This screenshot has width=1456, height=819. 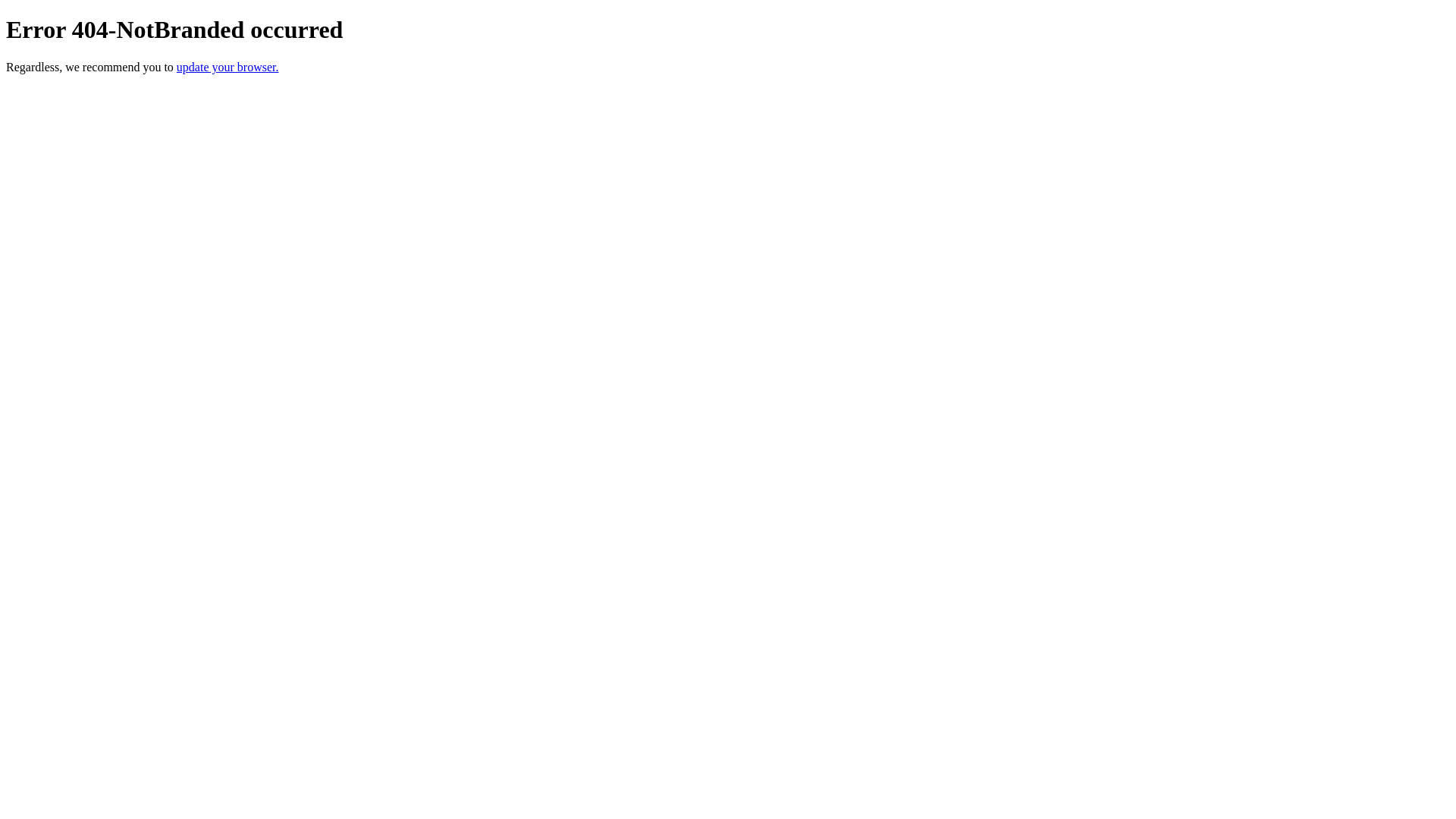 What do you see at coordinates (227, 66) in the screenshot?
I see `'update your browser.'` at bounding box center [227, 66].